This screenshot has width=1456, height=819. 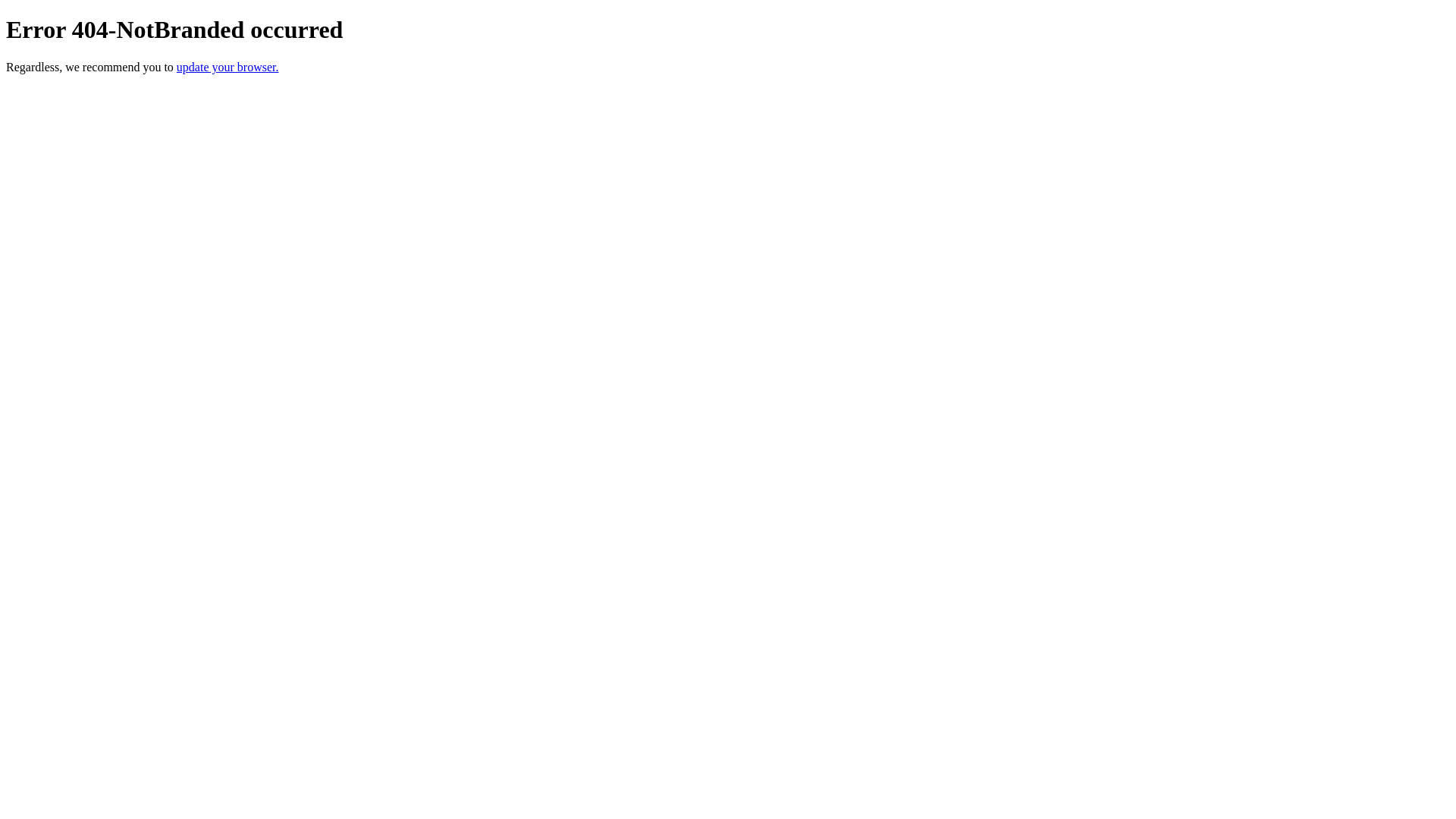 What do you see at coordinates (227, 66) in the screenshot?
I see `'update your browser.'` at bounding box center [227, 66].